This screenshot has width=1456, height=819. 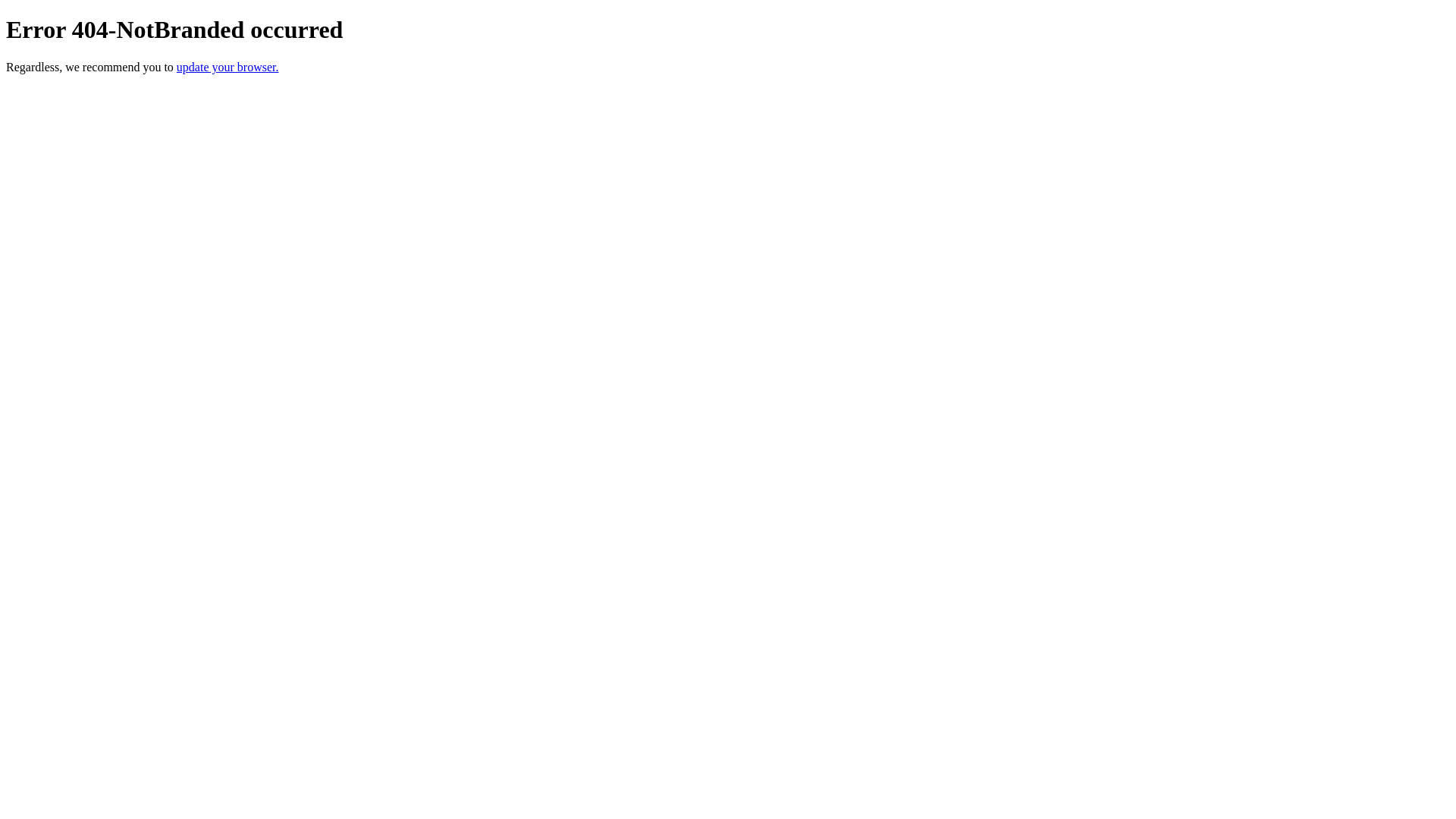 What do you see at coordinates (227, 66) in the screenshot?
I see `'update your browser.'` at bounding box center [227, 66].